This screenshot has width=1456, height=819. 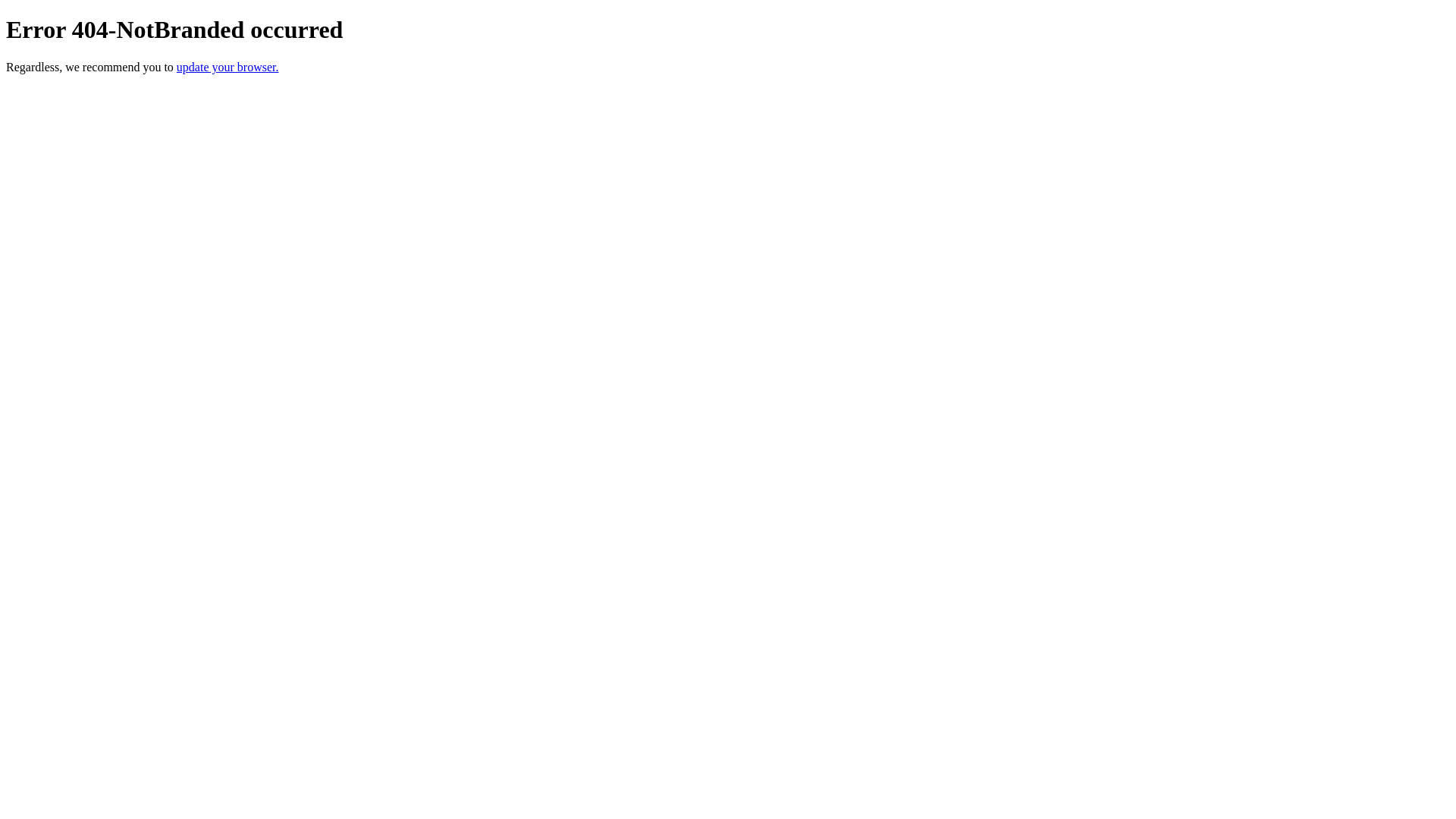 What do you see at coordinates (227, 66) in the screenshot?
I see `'update your browser.'` at bounding box center [227, 66].